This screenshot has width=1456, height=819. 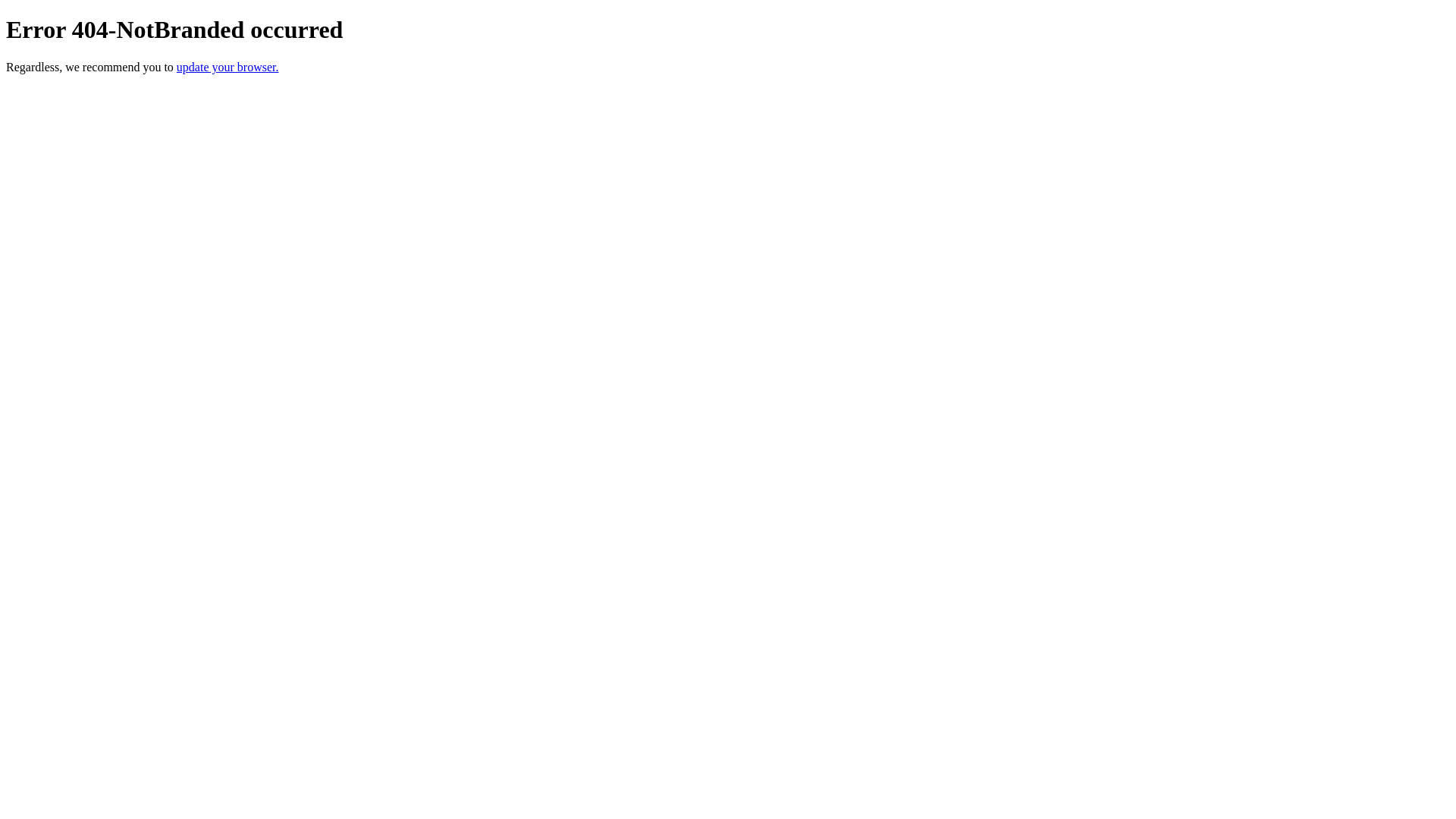 What do you see at coordinates (227, 66) in the screenshot?
I see `'update your browser.'` at bounding box center [227, 66].